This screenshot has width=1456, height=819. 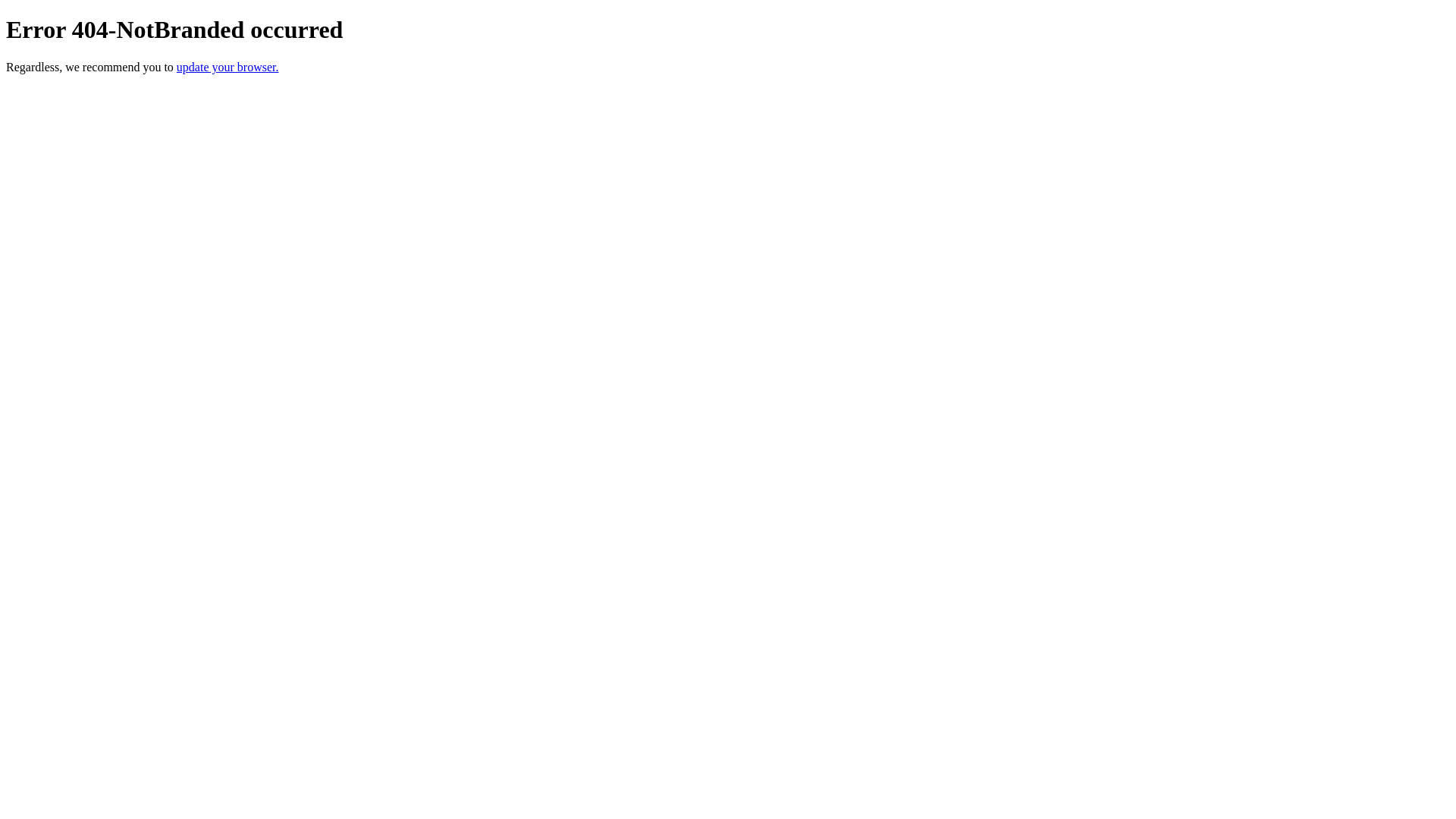 What do you see at coordinates (227, 66) in the screenshot?
I see `'update your browser.'` at bounding box center [227, 66].